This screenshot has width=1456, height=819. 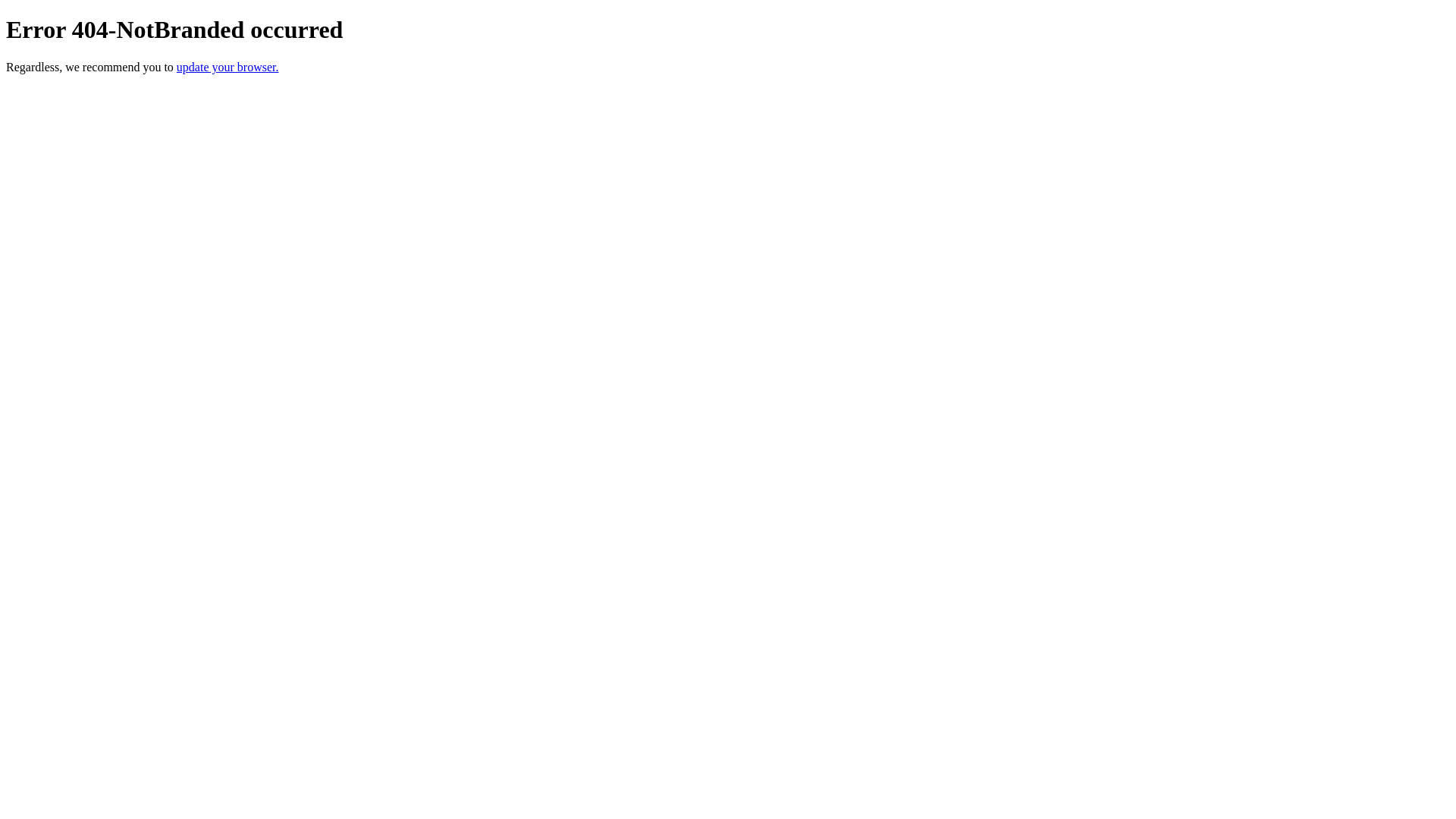 What do you see at coordinates (227, 66) in the screenshot?
I see `'update your browser.'` at bounding box center [227, 66].